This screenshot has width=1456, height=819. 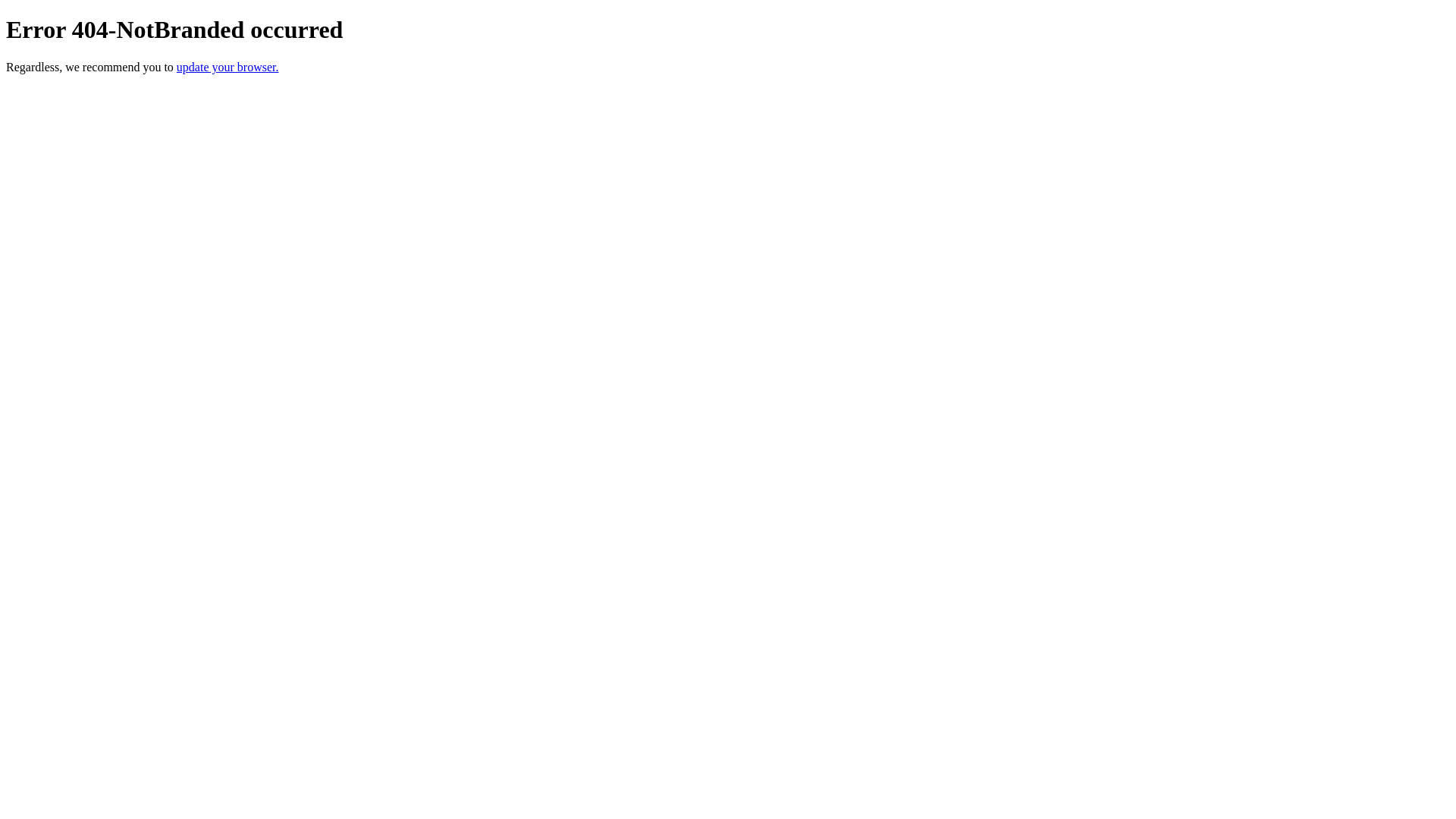 What do you see at coordinates (227, 66) in the screenshot?
I see `'update your browser.'` at bounding box center [227, 66].